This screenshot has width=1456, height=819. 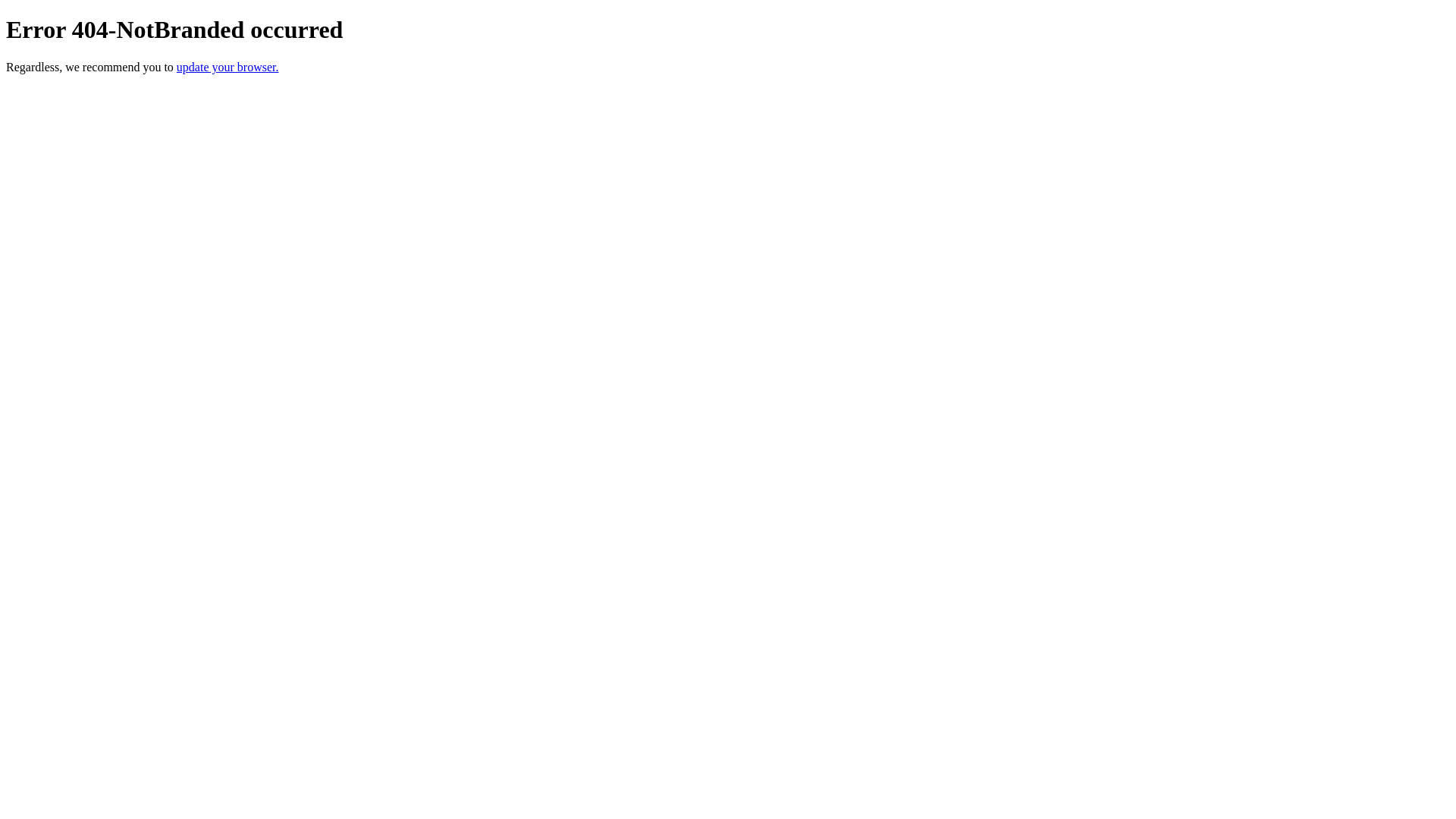 What do you see at coordinates (227, 66) in the screenshot?
I see `'update your browser.'` at bounding box center [227, 66].